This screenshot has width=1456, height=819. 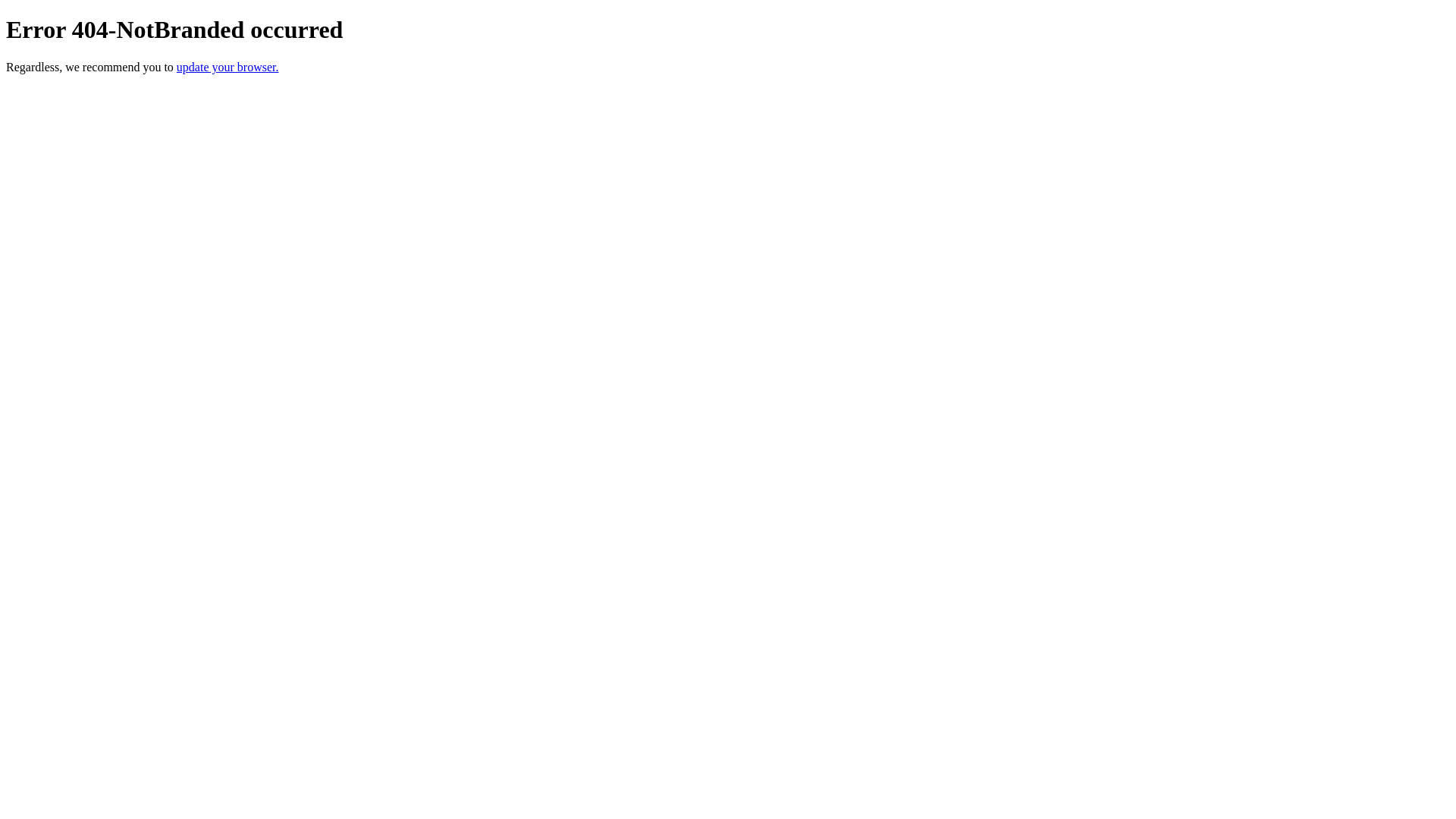 What do you see at coordinates (227, 66) in the screenshot?
I see `'update your browser.'` at bounding box center [227, 66].